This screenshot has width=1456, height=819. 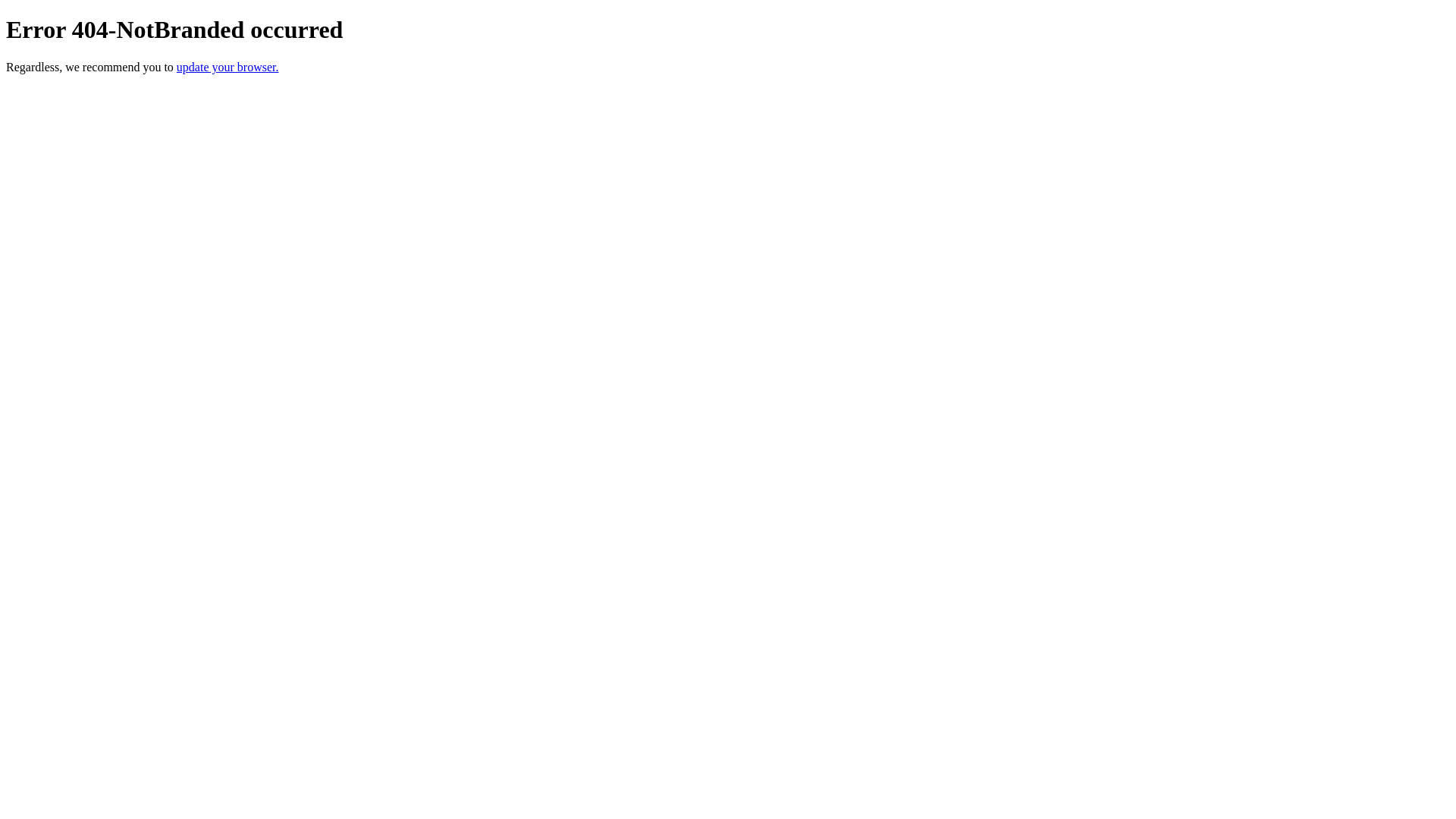 What do you see at coordinates (227, 66) in the screenshot?
I see `'update your browser.'` at bounding box center [227, 66].